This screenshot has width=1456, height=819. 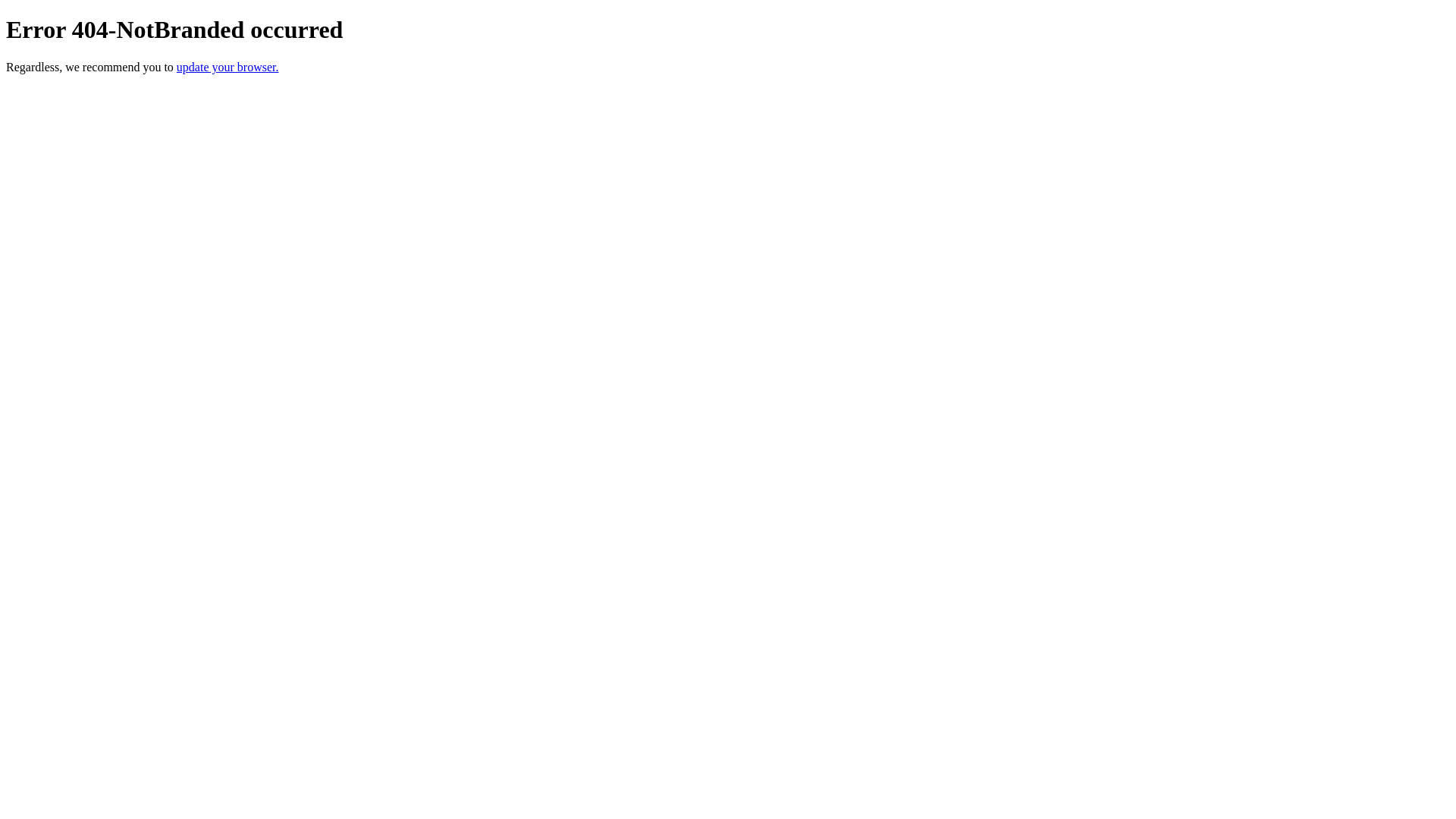 What do you see at coordinates (227, 66) in the screenshot?
I see `'update your browser.'` at bounding box center [227, 66].